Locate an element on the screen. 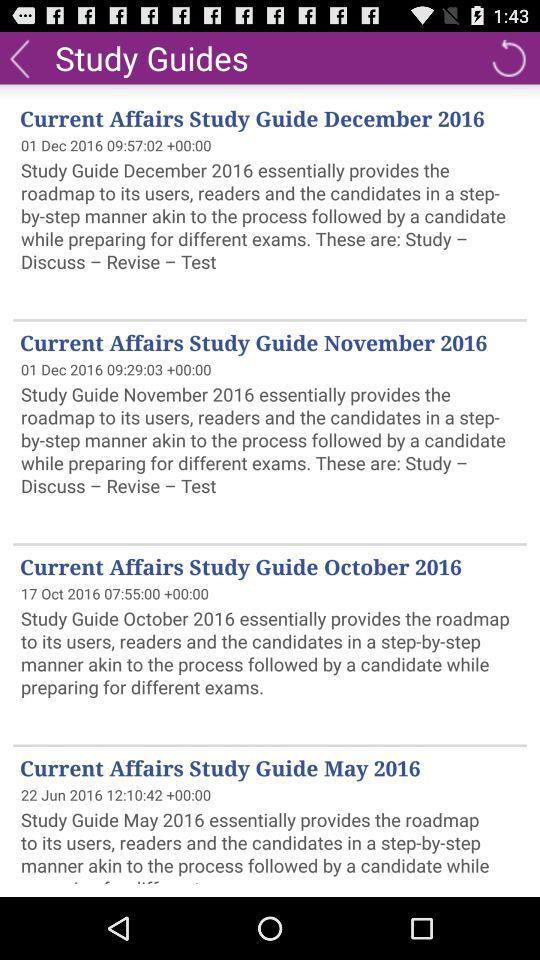  app above current affairs study is located at coordinates (18, 56).